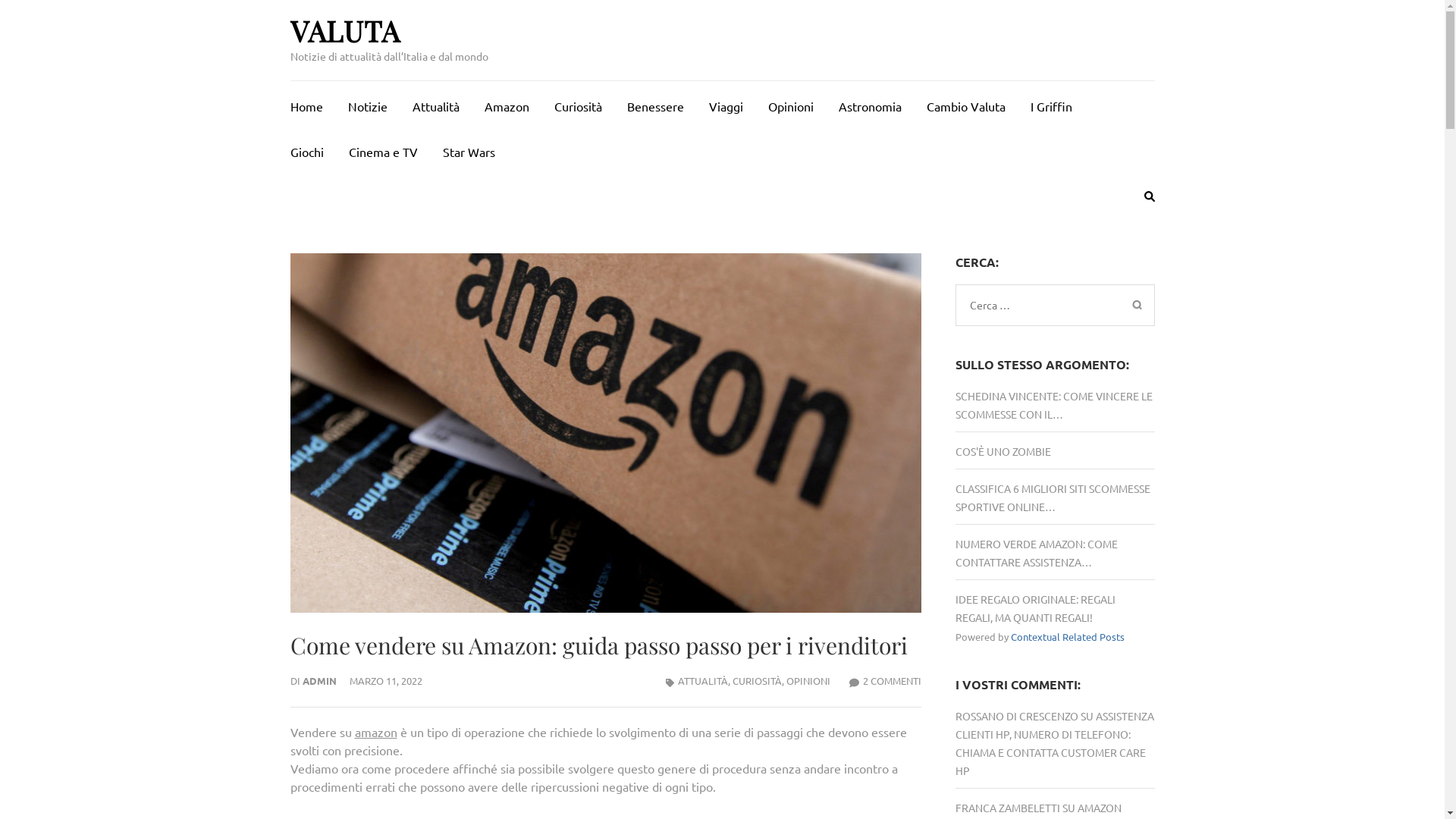  I want to click on 'Notizie', so click(367, 103).